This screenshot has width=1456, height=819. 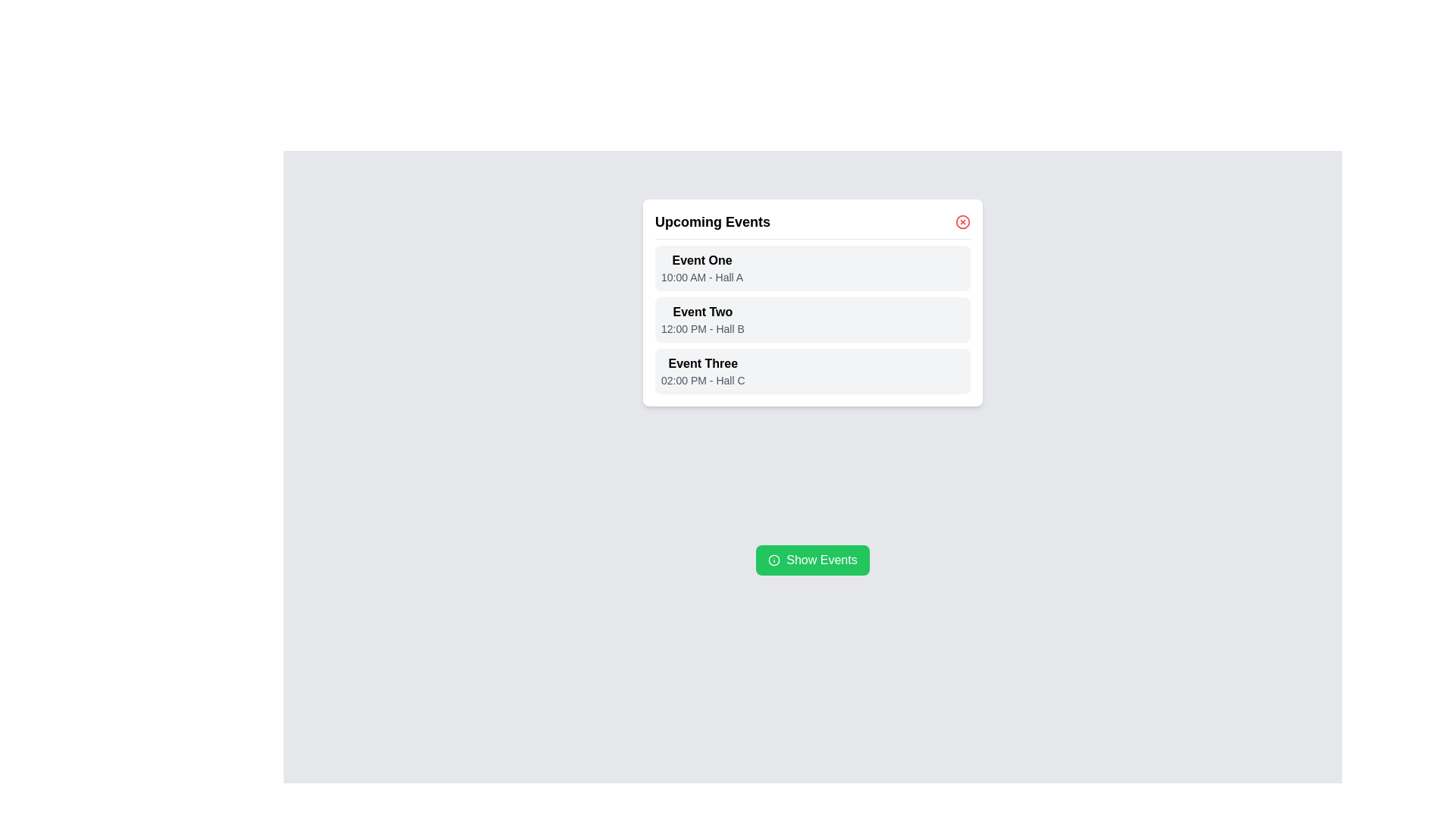 I want to click on the static text element displaying '12:00 PM - Hall B', which is styled with a smaller font size and light gray color, positioned below the bold title 'Event Two', so click(x=701, y=328).